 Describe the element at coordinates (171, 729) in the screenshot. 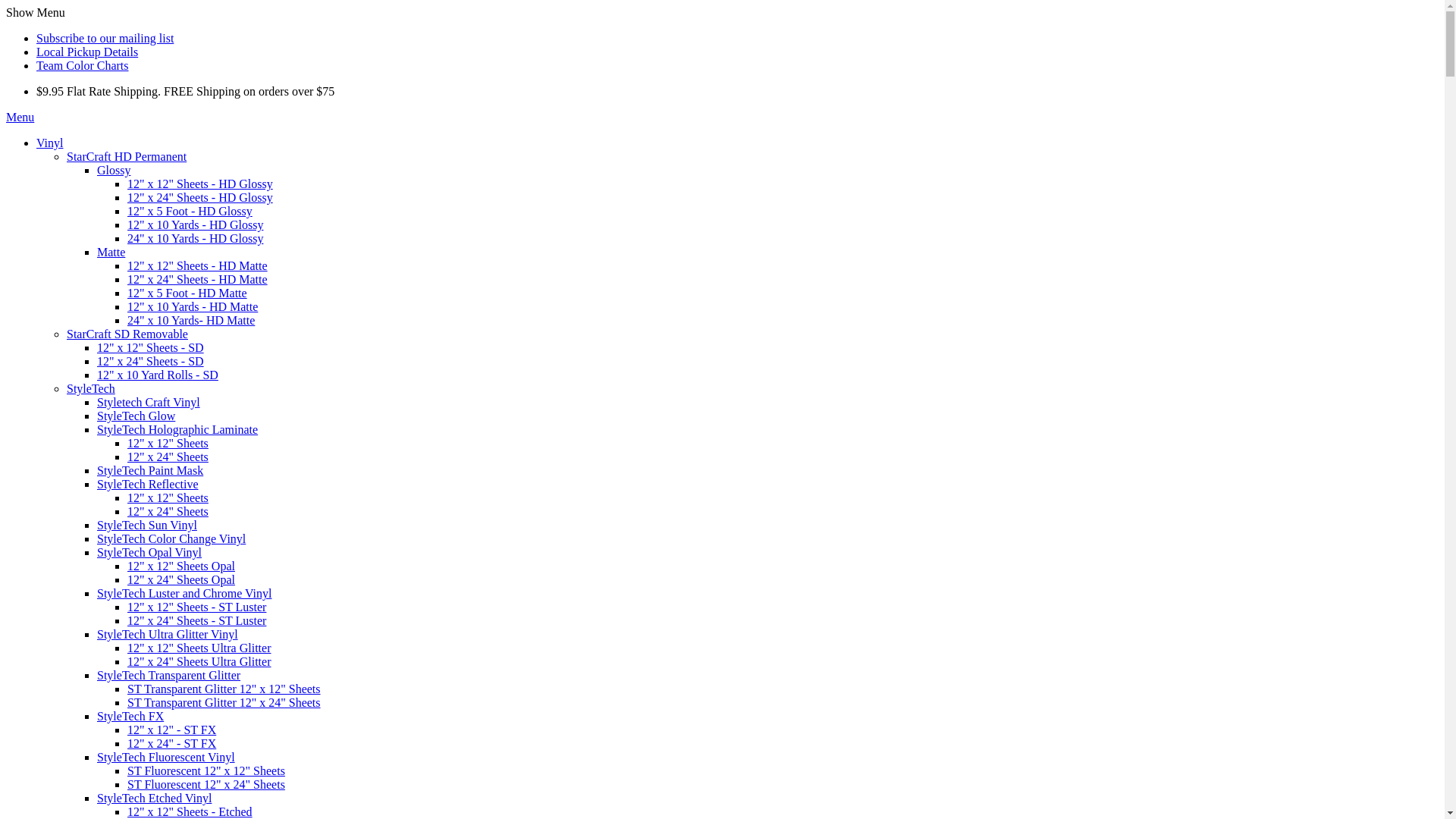

I see `'12" x 12" - ST FX'` at that location.